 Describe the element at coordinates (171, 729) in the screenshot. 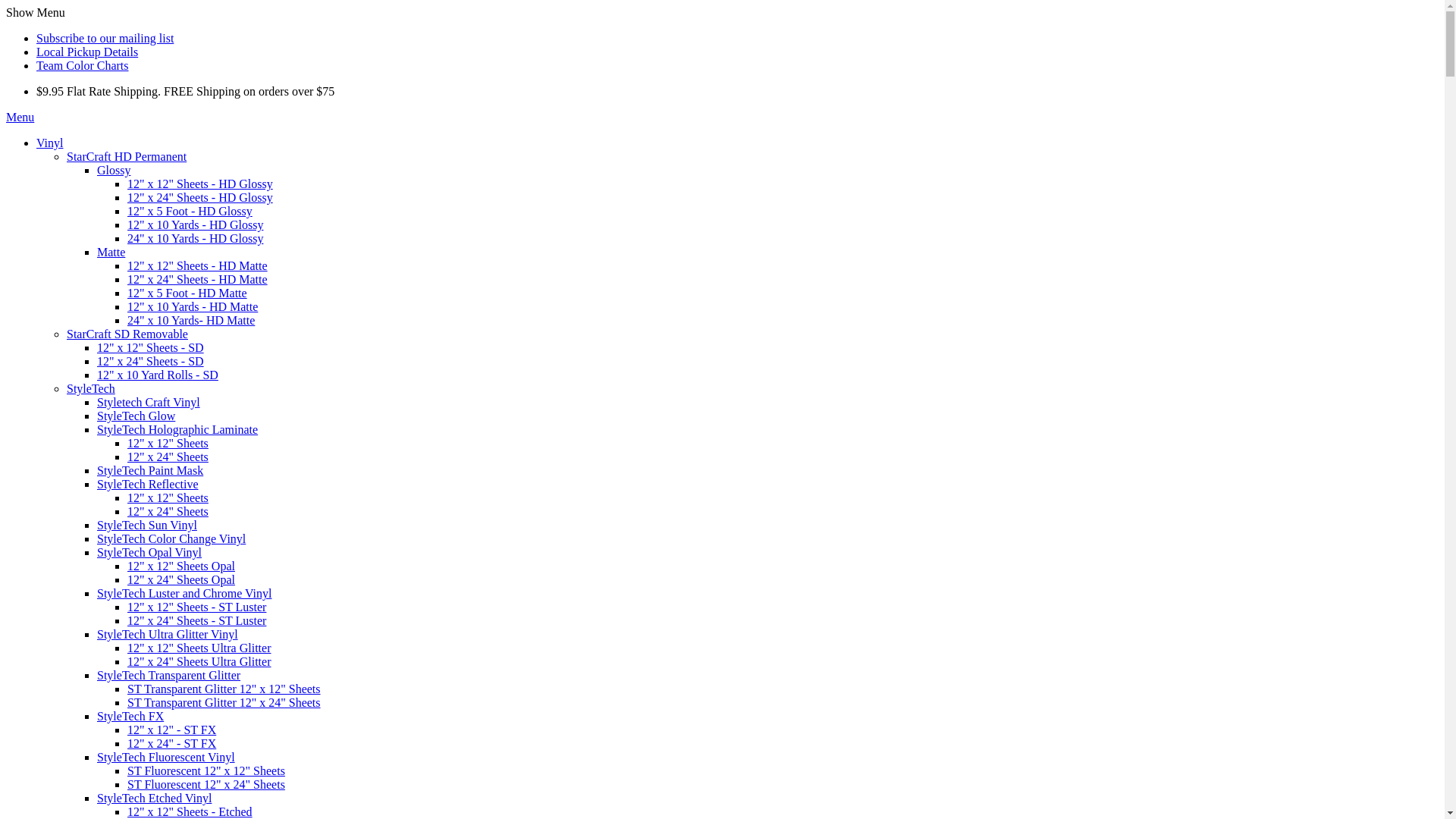

I see `'12" x 12" - ST FX'` at that location.